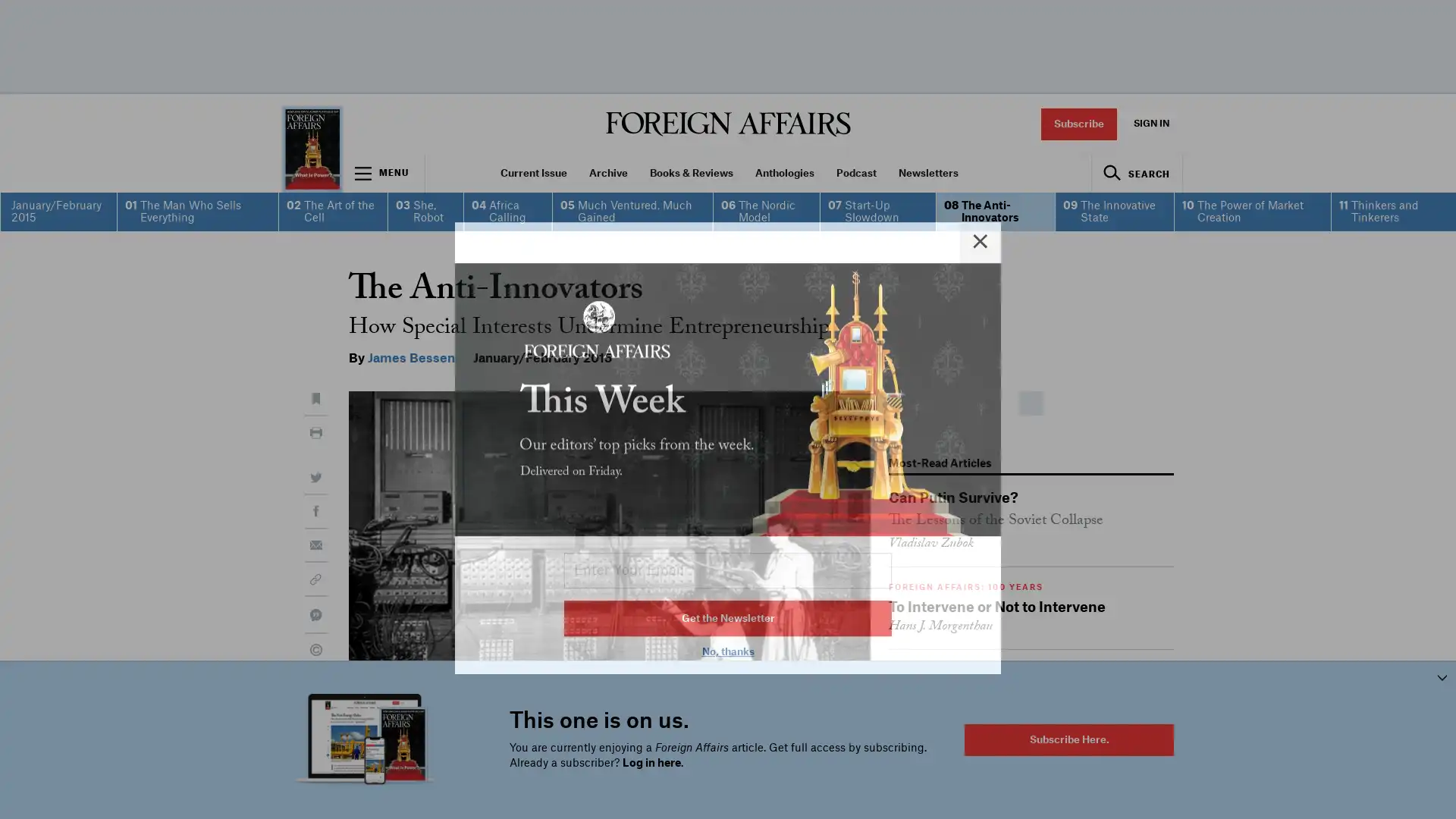  Describe the element at coordinates (1441, 676) in the screenshot. I see `Collapse Element` at that location.